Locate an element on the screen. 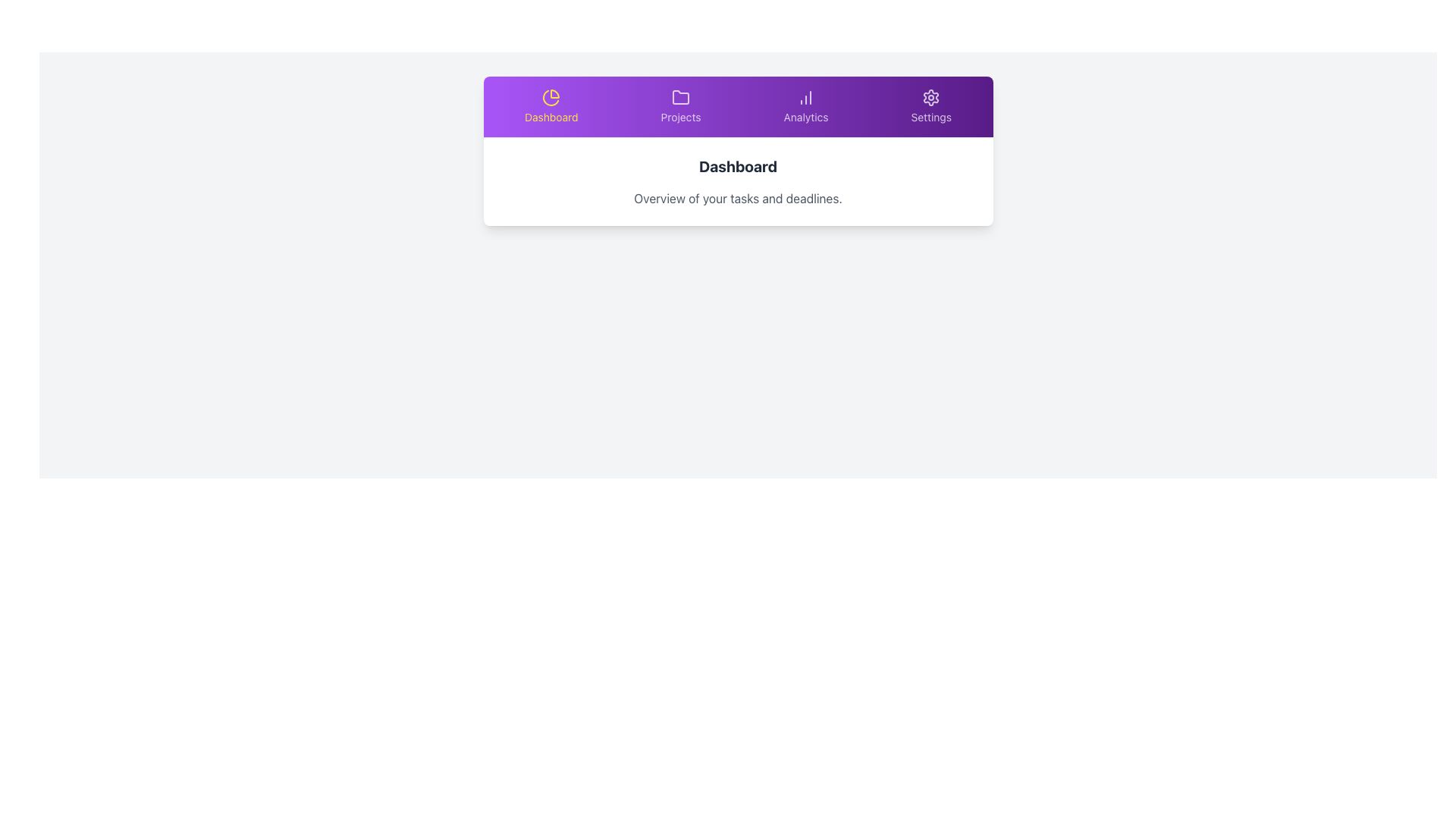 The image size is (1456, 819). the purple folder icon in the header navigation bar is located at coordinates (679, 97).